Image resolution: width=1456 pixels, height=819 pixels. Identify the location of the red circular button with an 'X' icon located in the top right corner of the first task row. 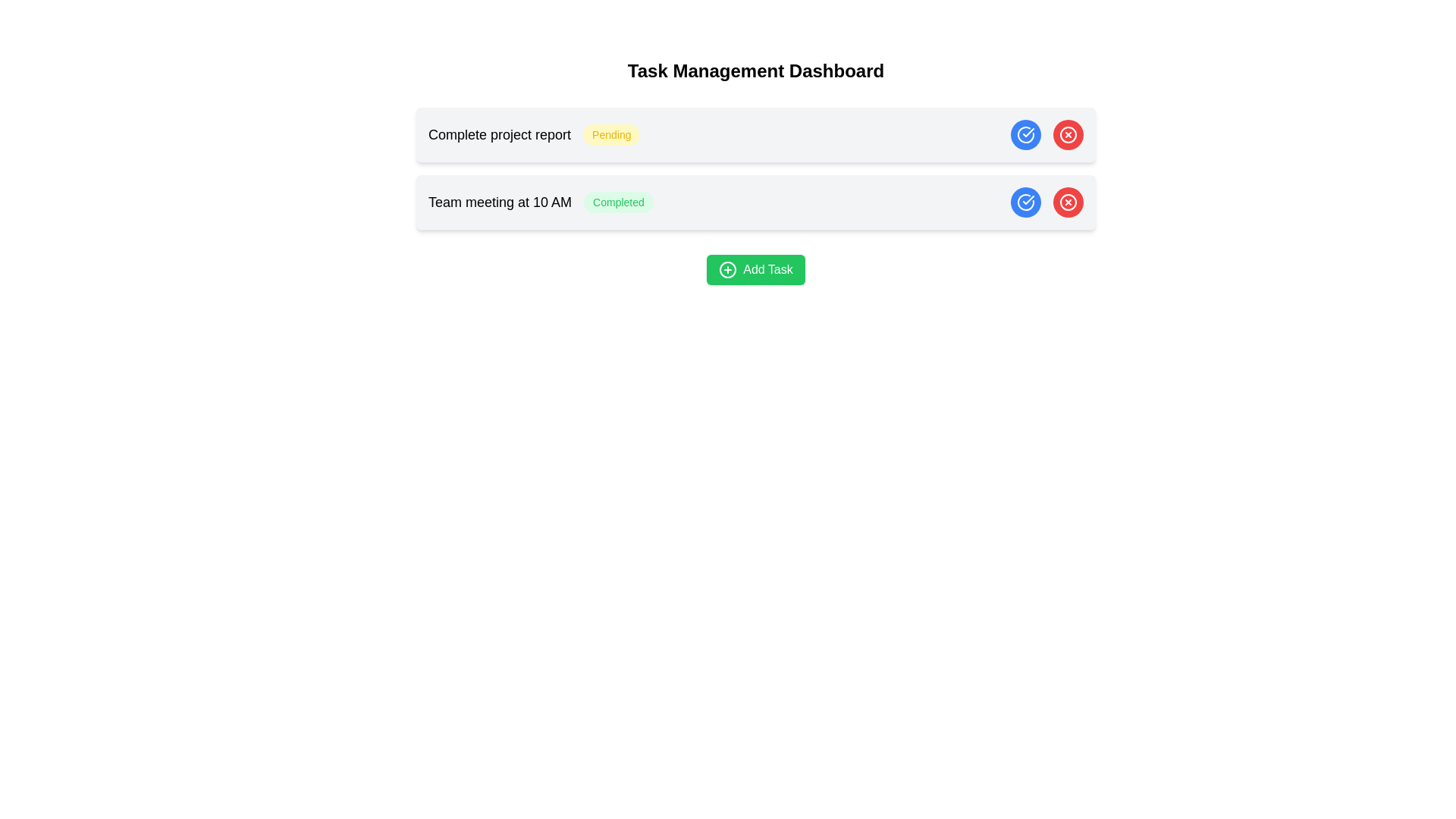
(1068, 133).